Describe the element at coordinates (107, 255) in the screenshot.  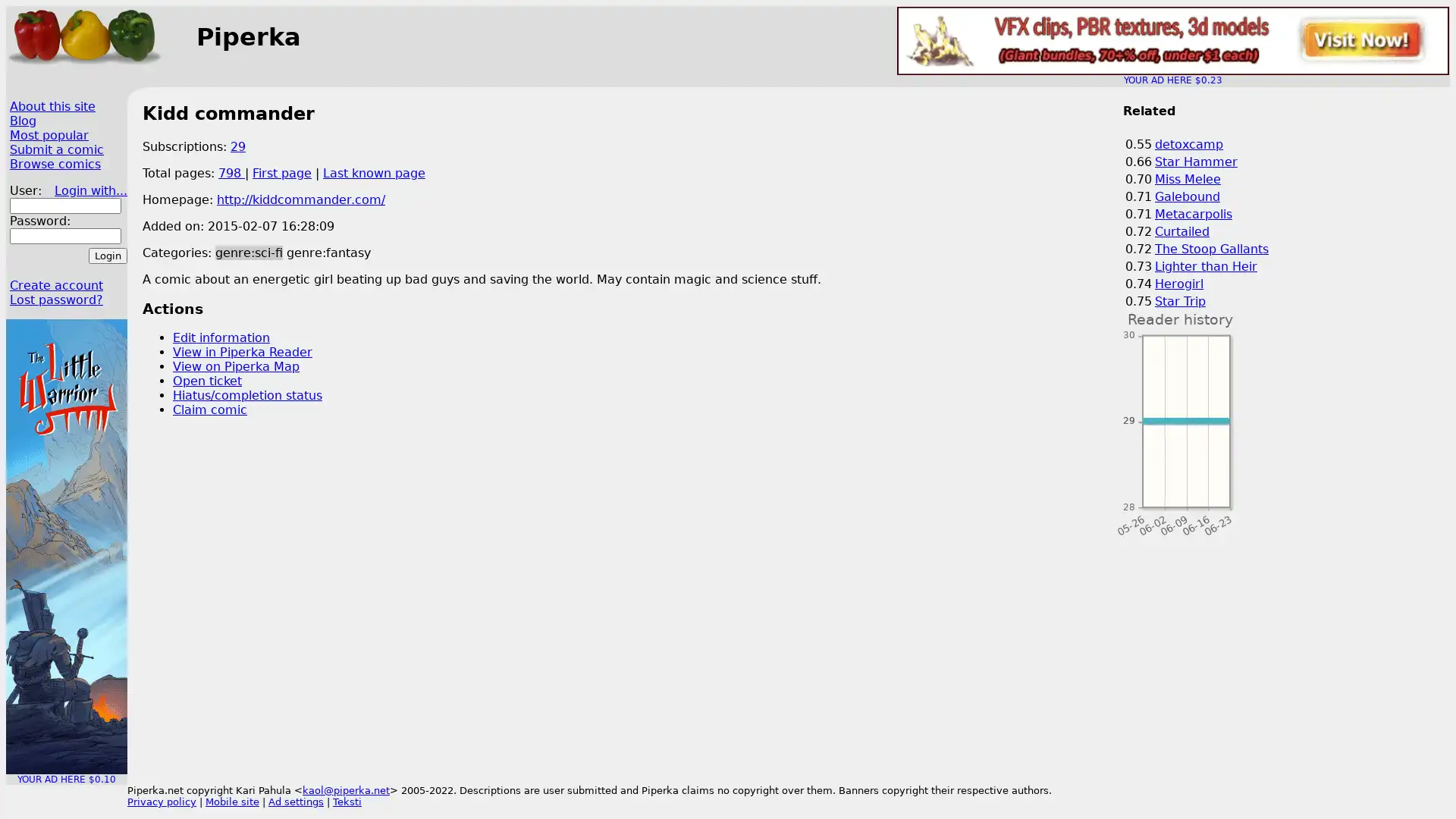
I see `Login` at that location.